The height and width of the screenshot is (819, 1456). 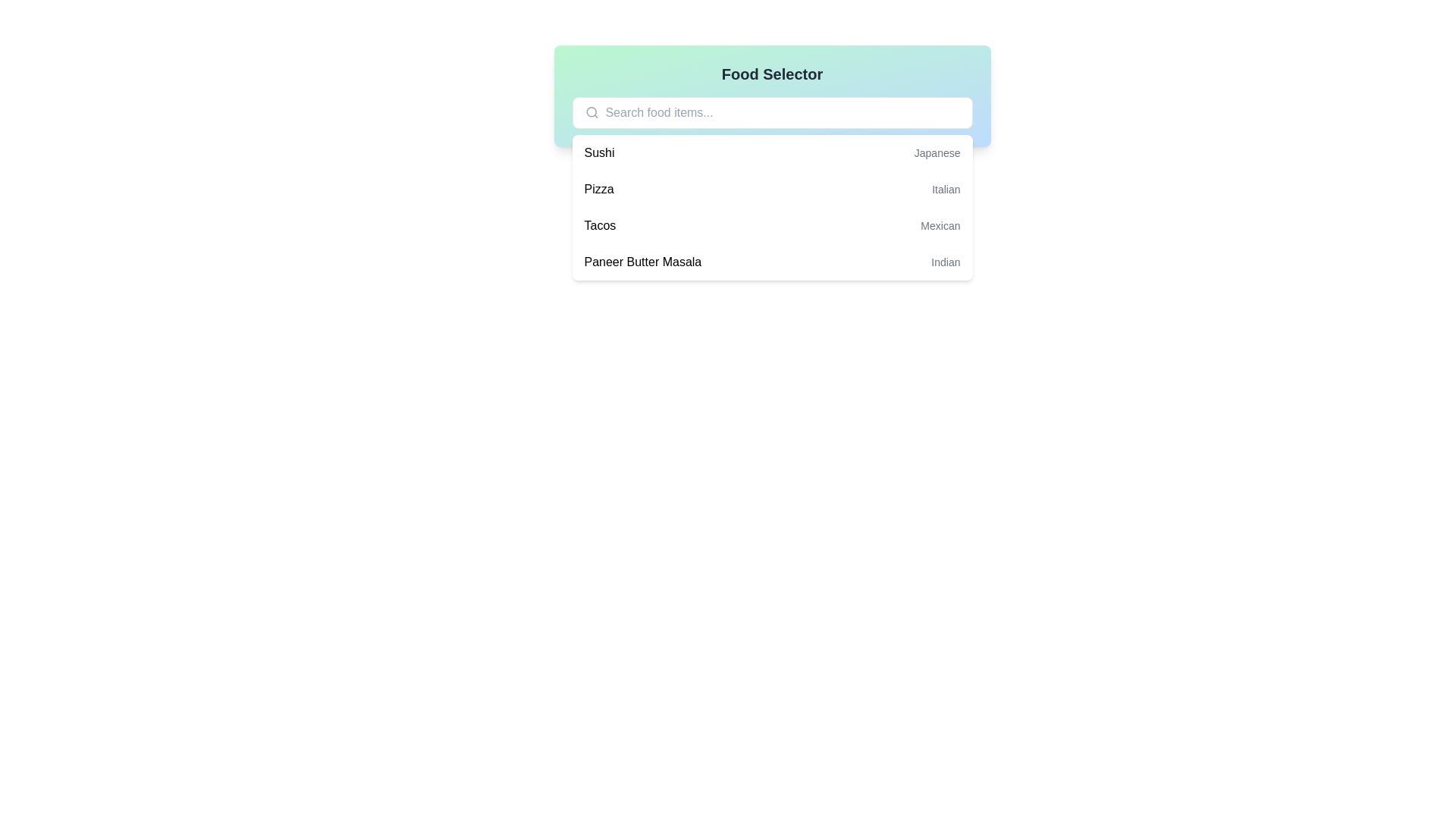 What do you see at coordinates (772, 112) in the screenshot?
I see `the search box input field located below the 'Food Selector' title to focus on it for typing keywords` at bounding box center [772, 112].